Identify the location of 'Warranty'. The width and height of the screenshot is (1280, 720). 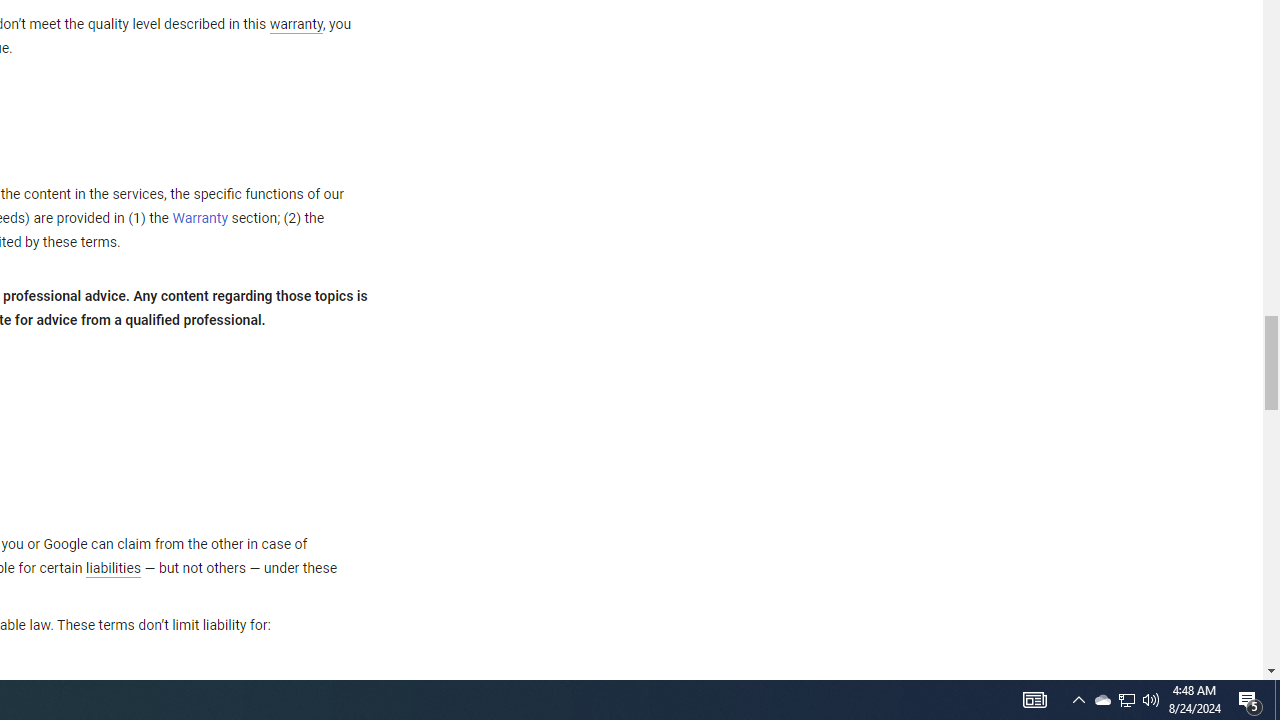
(200, 219).